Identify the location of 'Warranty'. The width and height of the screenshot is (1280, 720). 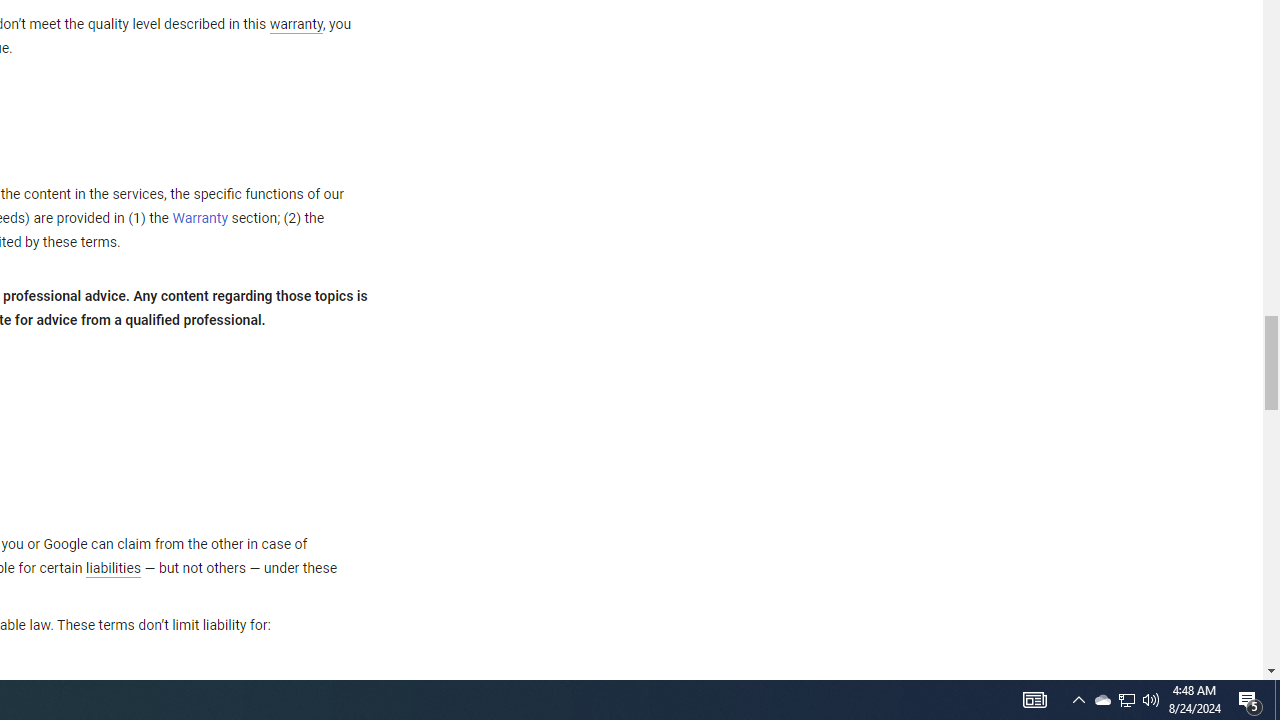
(200, 219).